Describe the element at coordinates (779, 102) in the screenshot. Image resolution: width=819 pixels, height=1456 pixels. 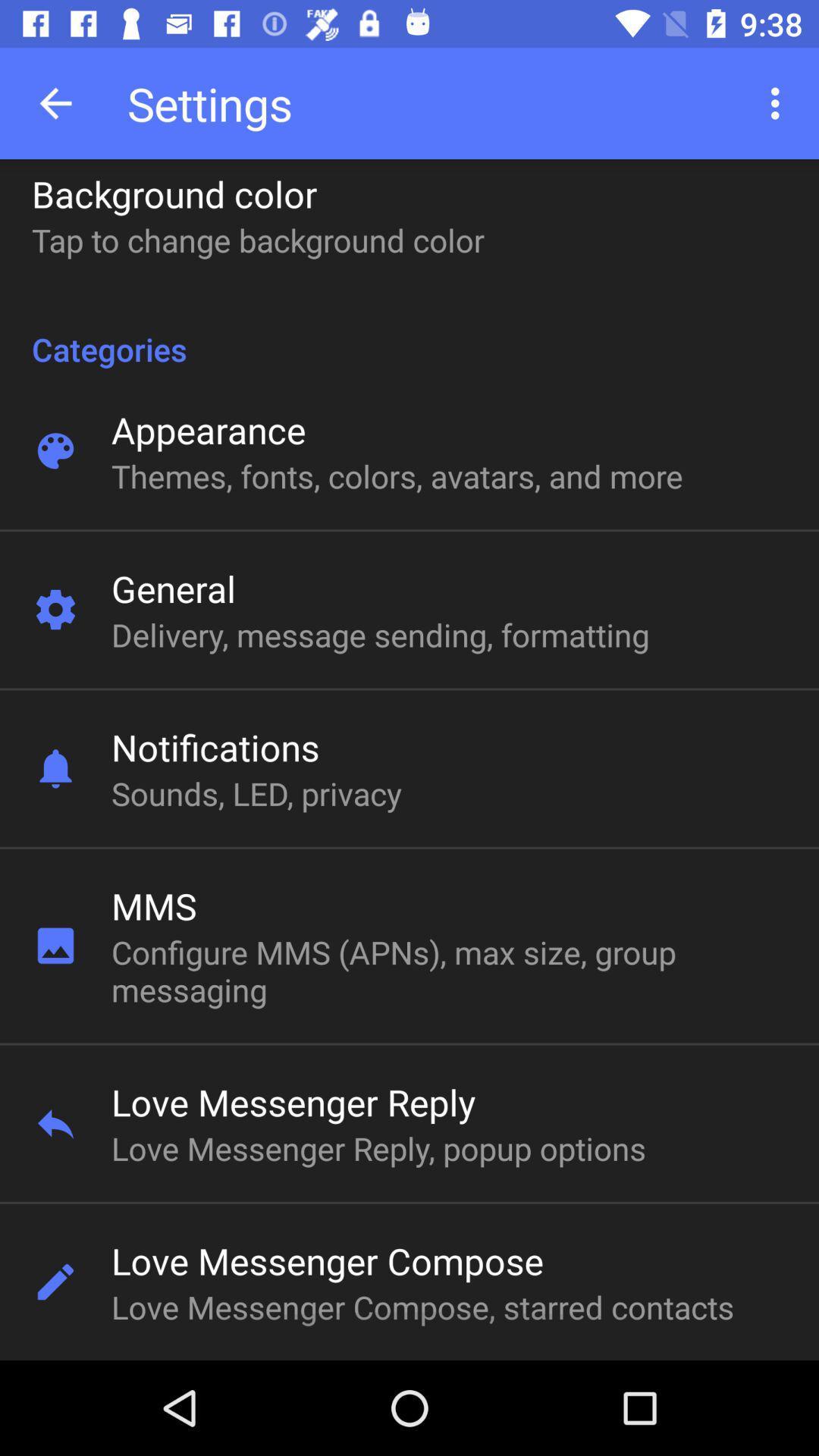
I see `the icon next to settings item` at that location.